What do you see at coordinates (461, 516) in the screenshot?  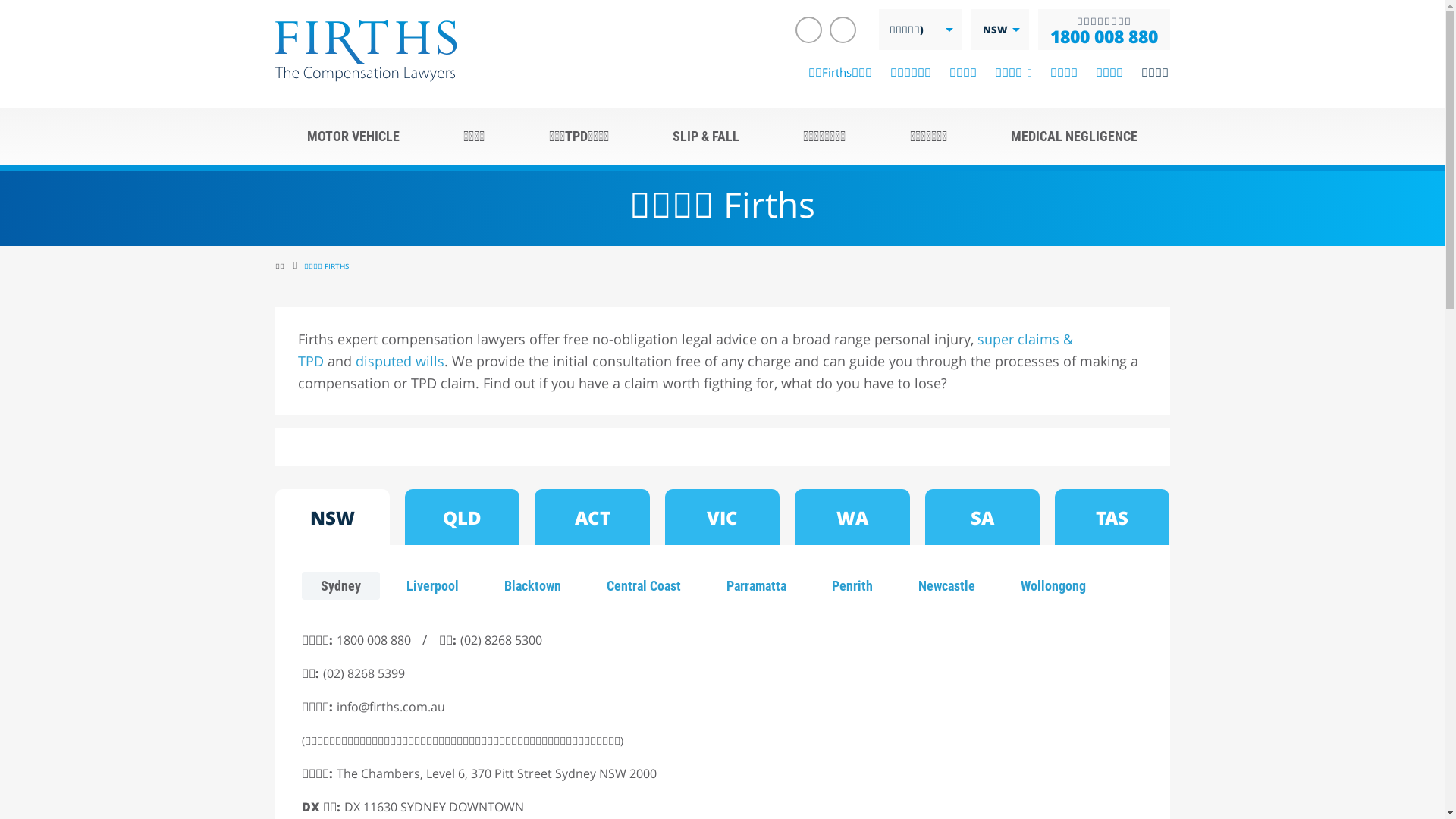 I see `'QLD'` at bounding box center [461, 516].